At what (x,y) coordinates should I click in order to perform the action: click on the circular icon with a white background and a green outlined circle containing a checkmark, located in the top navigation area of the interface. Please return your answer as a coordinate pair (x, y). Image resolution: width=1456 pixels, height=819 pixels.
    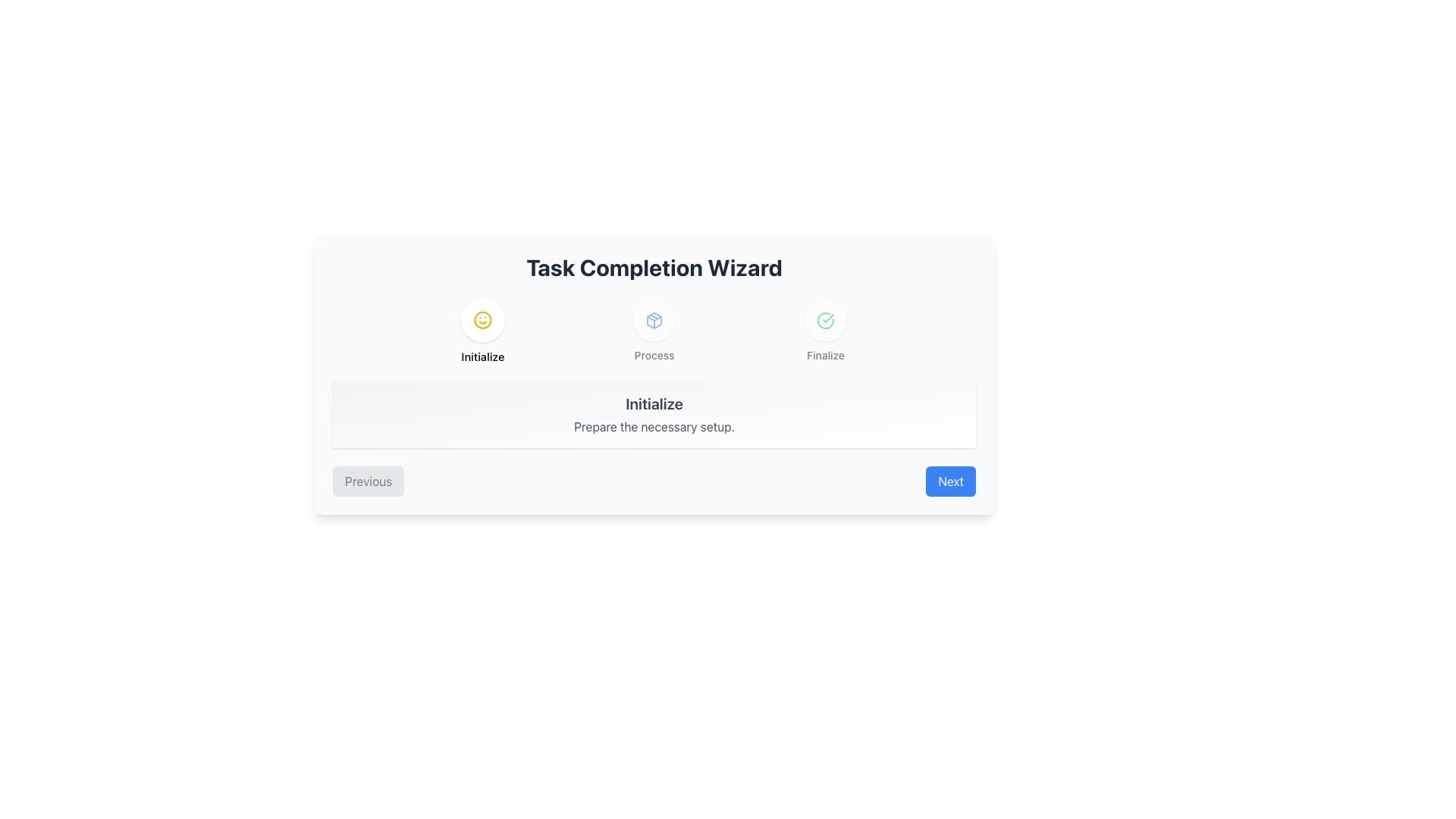
    Looking at the image, I should click on (825, 320).